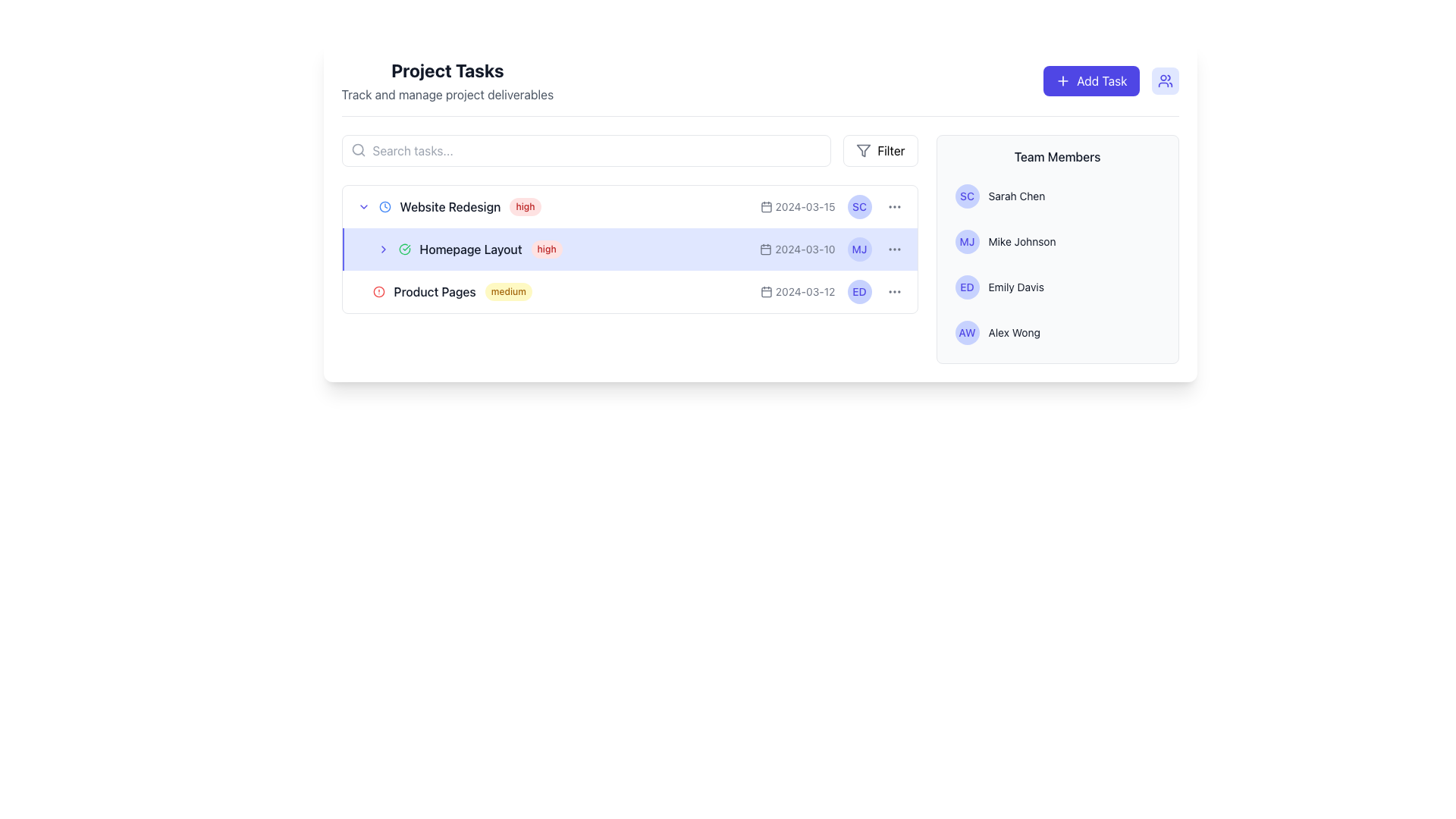 The height and width of the screenshot is (819, 1456). What do you see at coordinates (508, 292) in the screenshot?
I see `text of the status indicator badge located to the right of the 'Product Pages' label, which conveys priority or type classification` at bounding box center [508, 292].